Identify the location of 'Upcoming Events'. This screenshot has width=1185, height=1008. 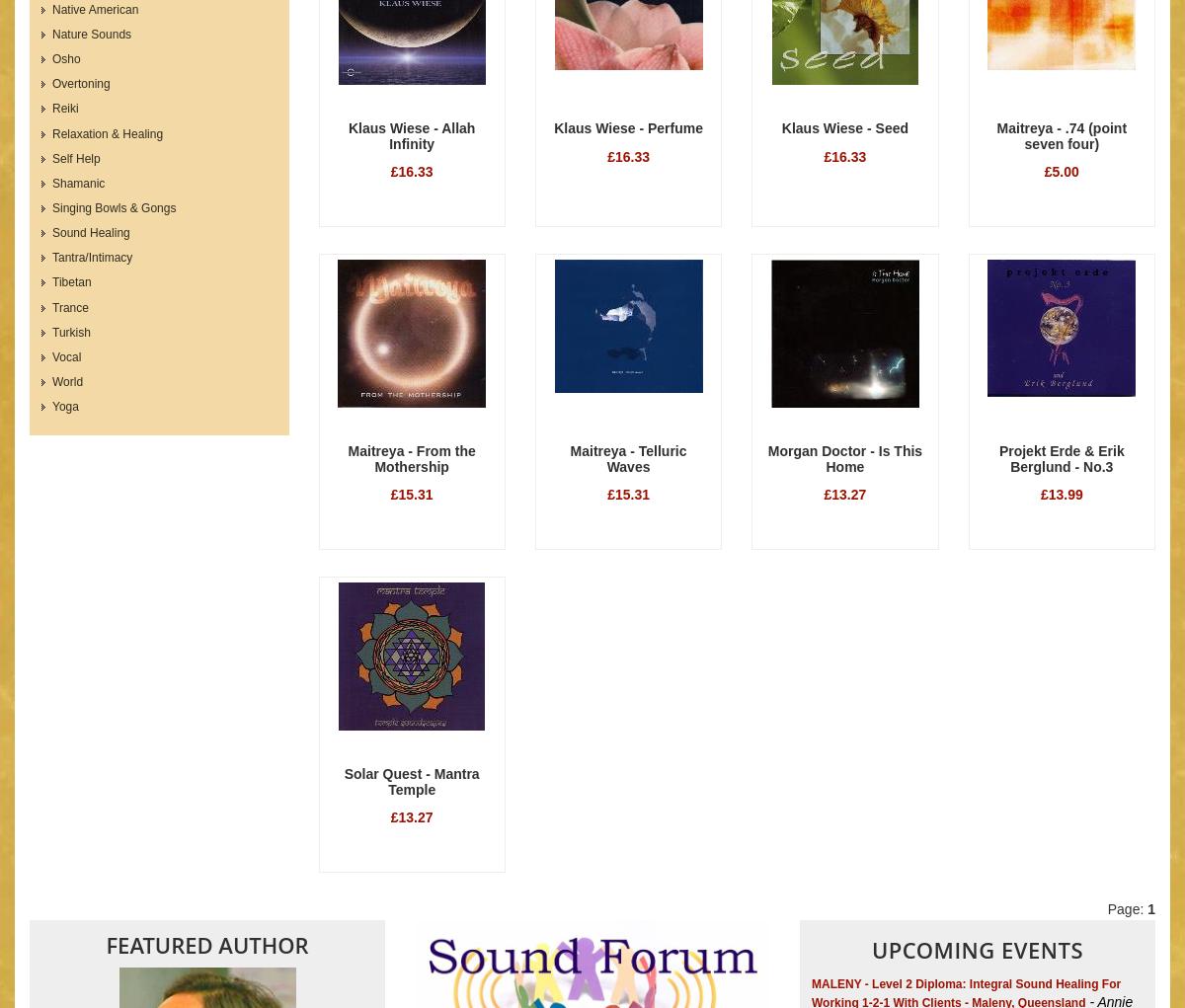
(977, 948).